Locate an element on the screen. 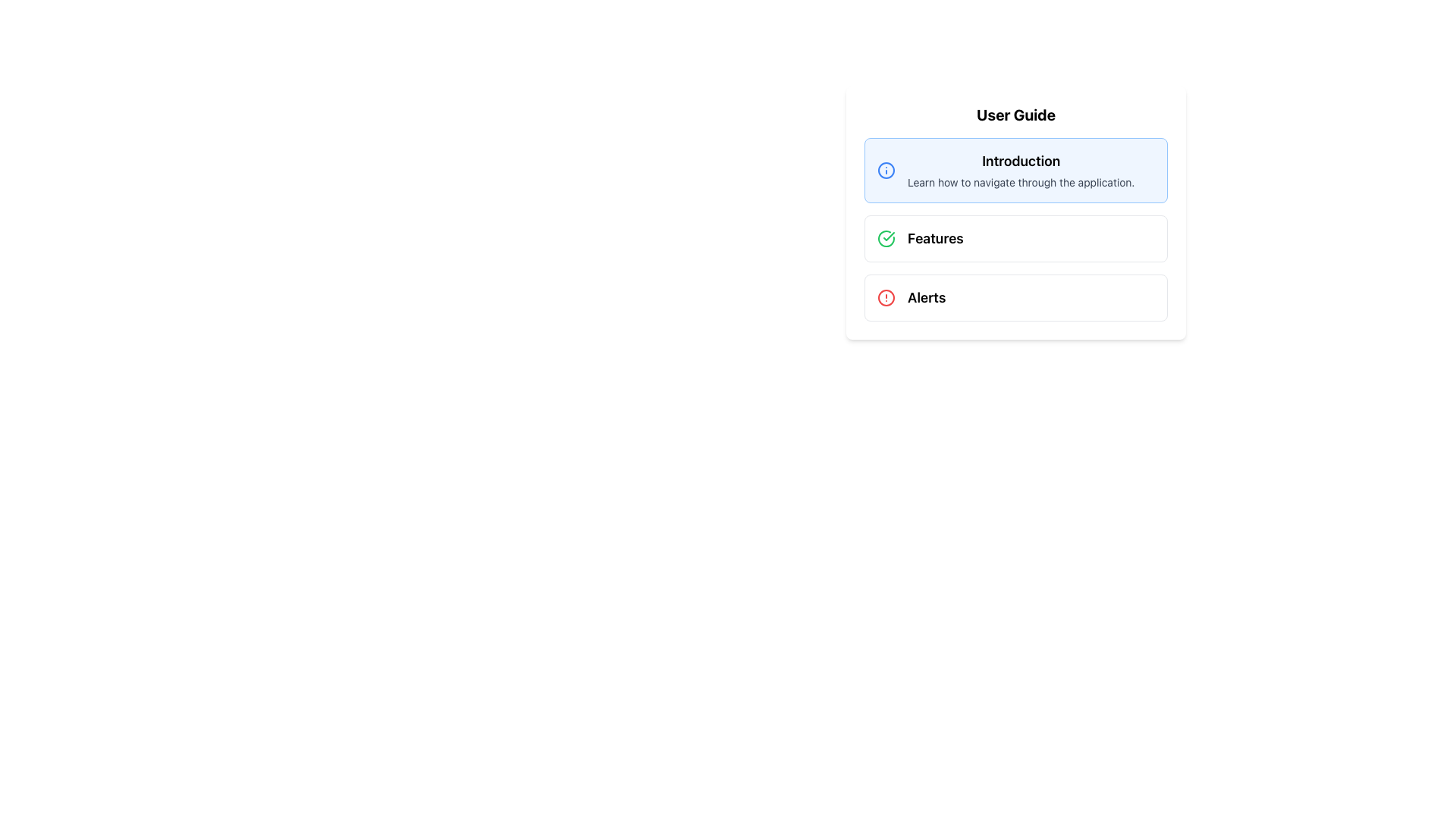  the 'Features' button, which is the second button in the 'User Guide' section, located below the 'Introduction' button and above the 'Alerts' button is located at coordinates (1015, 239).